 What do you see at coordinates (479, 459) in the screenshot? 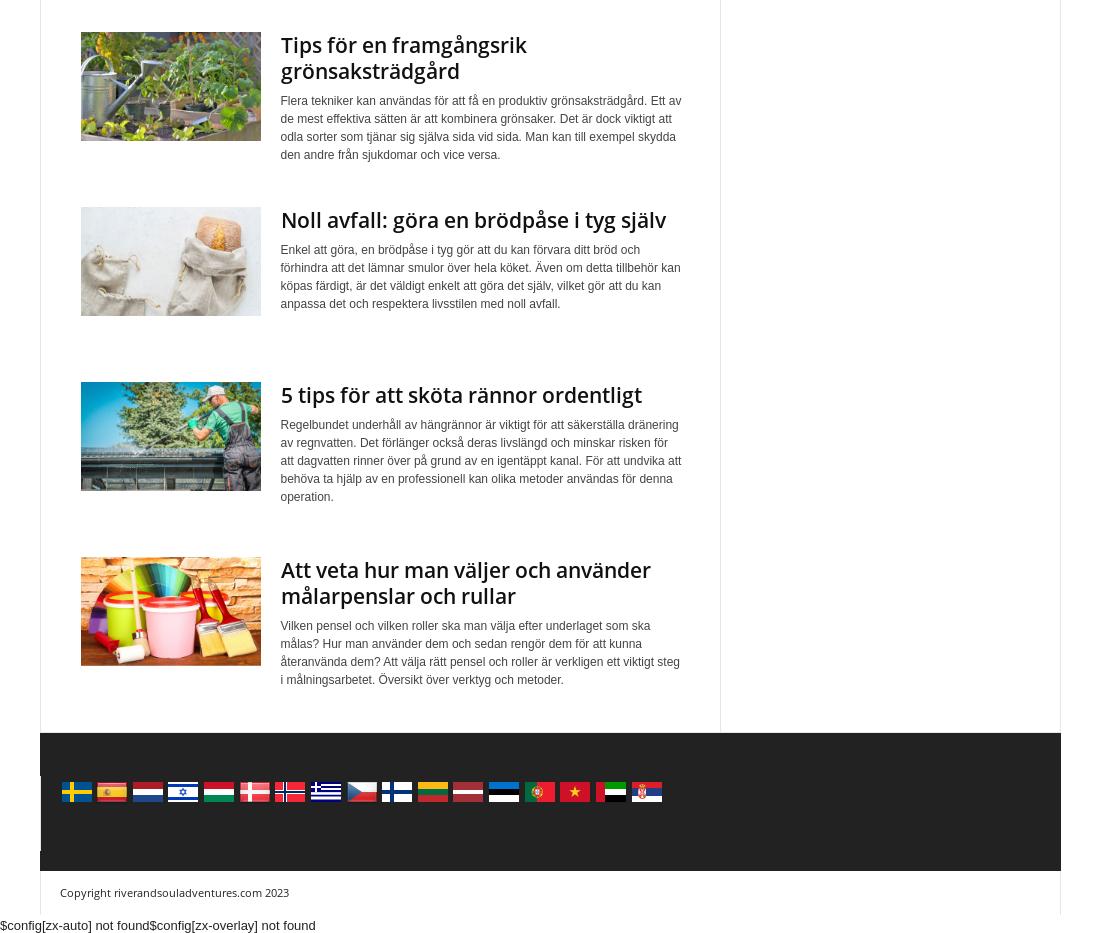
I see `'Regelbundet underhåll av hängrännor är viktigt för att säkerställa dränering av regnvatten. Det förlänger också deras livslängd och minskar risken för att dagvatten rinner över på grund av en igentäppt kanal. För att undvika att behöva ta hjälp av en professionell kan olika metoder användas för denna operation.'` at bounding box center [479, 459].